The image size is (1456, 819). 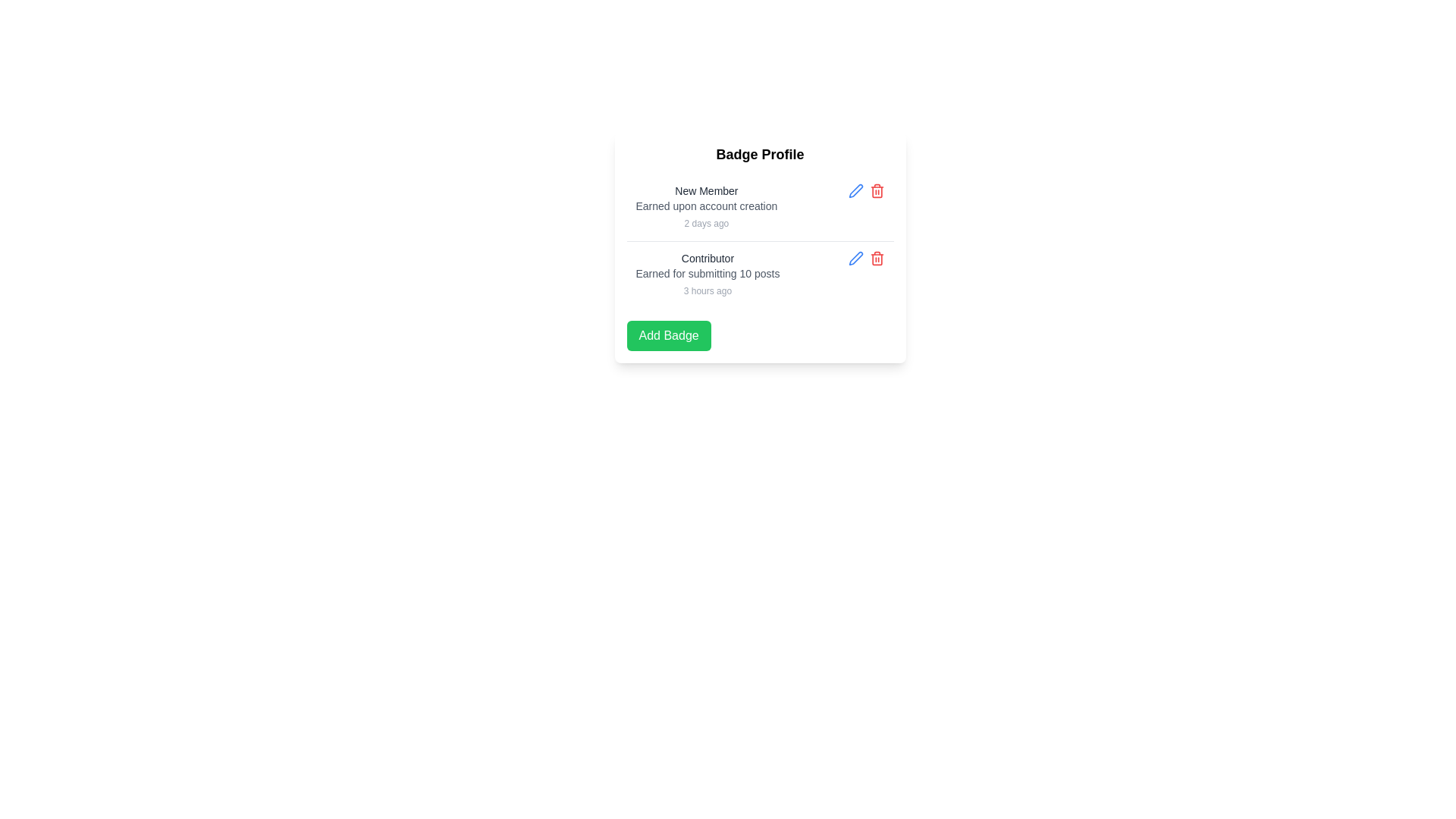 I want to click on the text label that reads 'Earned upon account creation', which is located within the user badge information card, positioned under the title 'New Member', so click(x=705, y=206).